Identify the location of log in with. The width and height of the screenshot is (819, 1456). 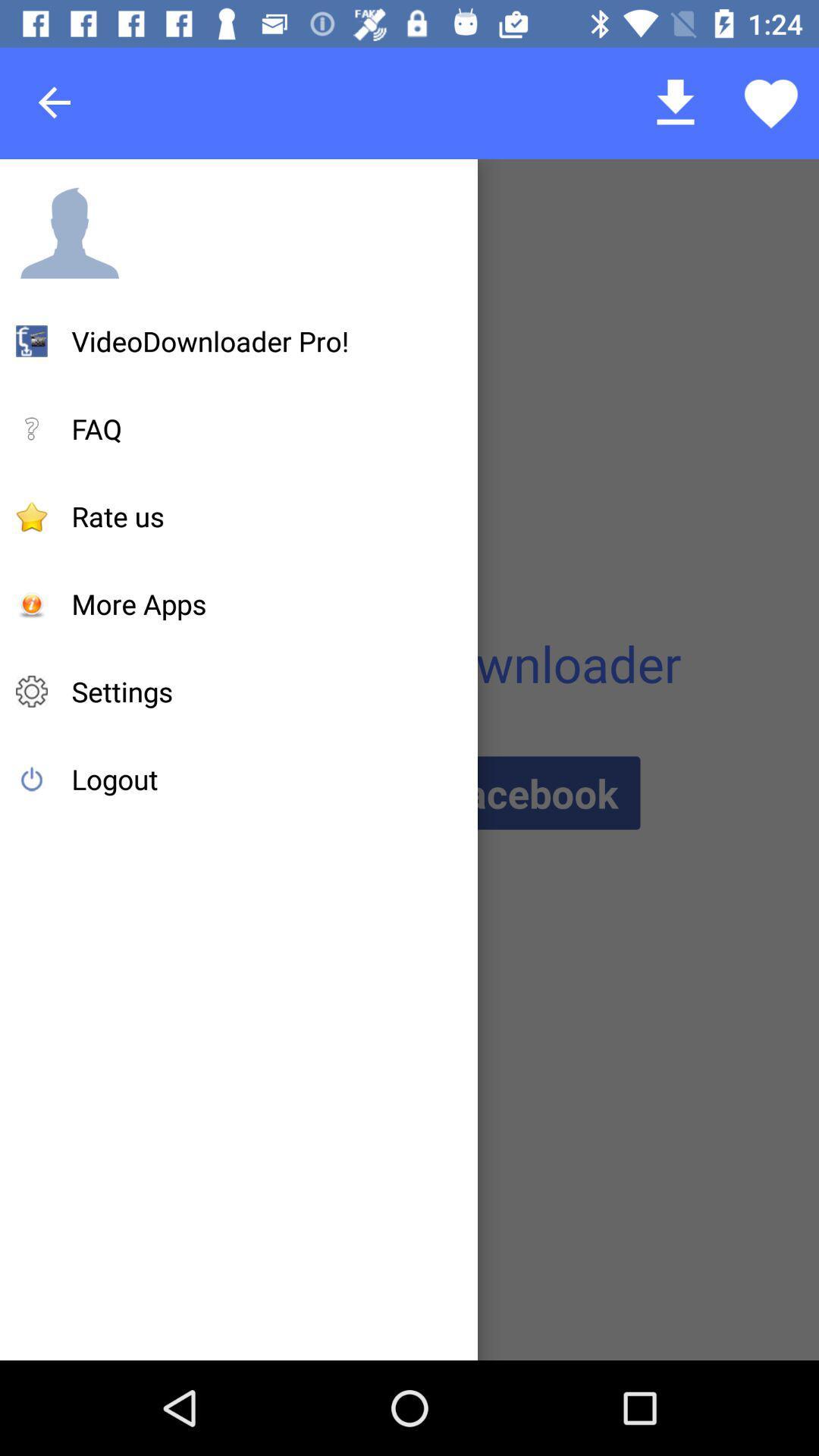
(408, 792).